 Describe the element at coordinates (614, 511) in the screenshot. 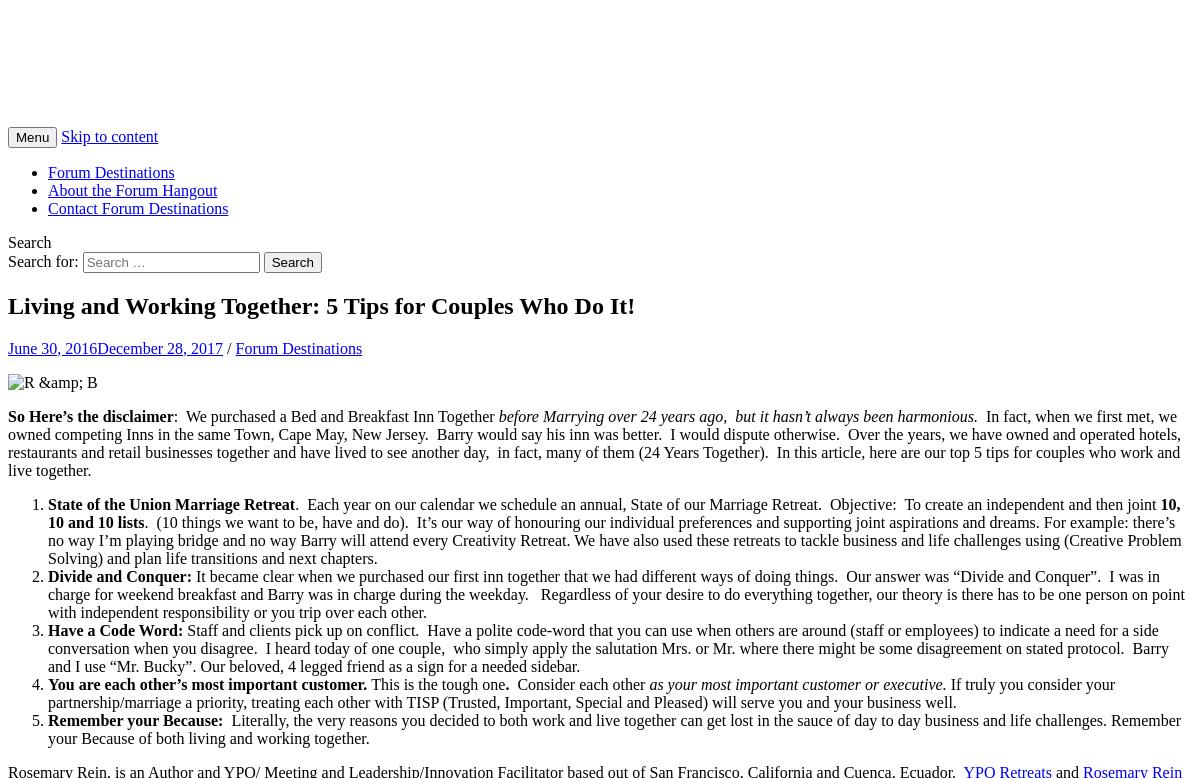

I see `'10, 10 and 10 lists'` at that location.